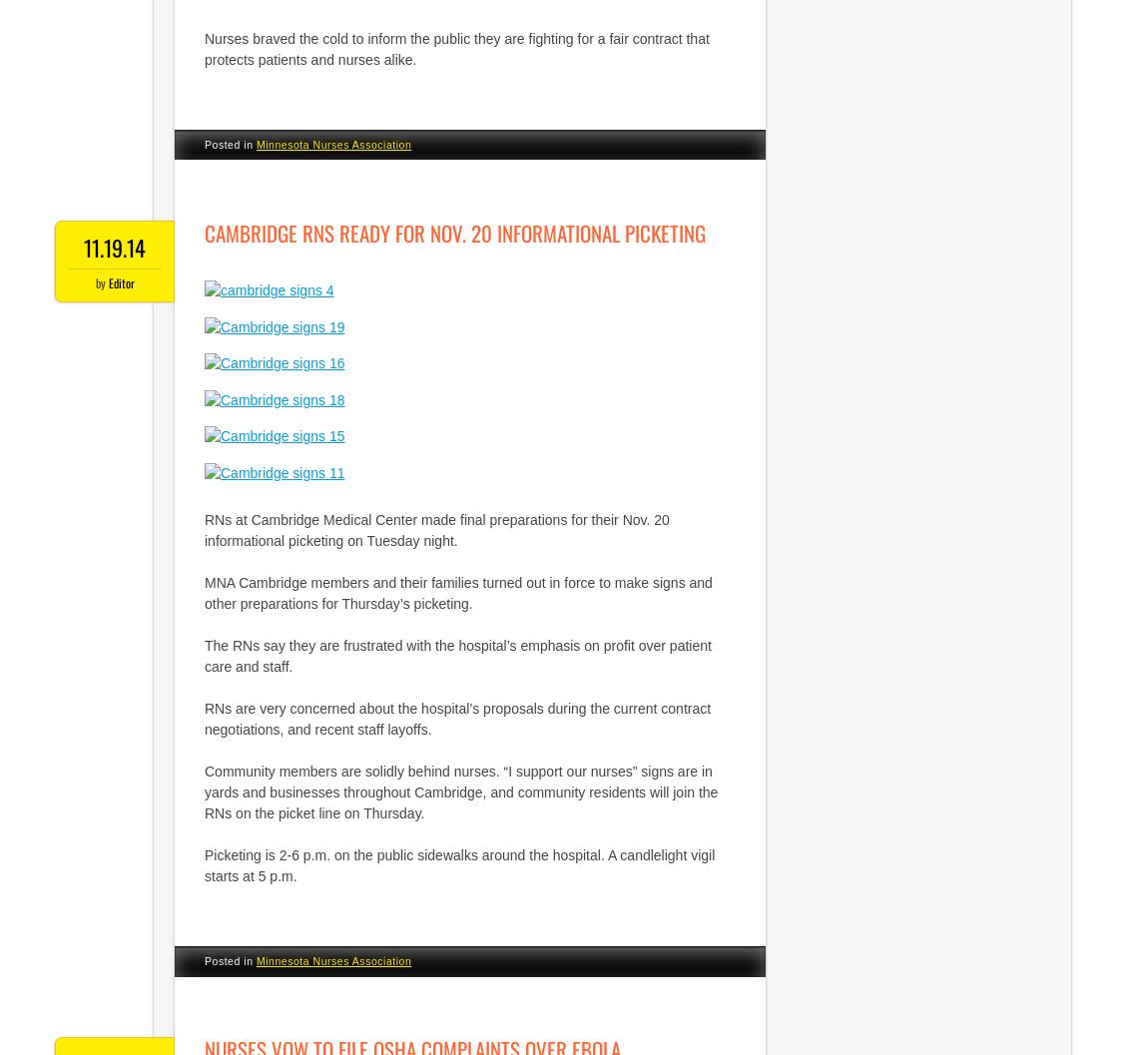 The width and height of the screenshot is (1148, 1055). Describe the element at coordinates (457, 591) in the screenshot. I see `'MNA Cambridge members and their families turned out in force to make signs and other preparations for Thursday’s picketing.'` at that location.